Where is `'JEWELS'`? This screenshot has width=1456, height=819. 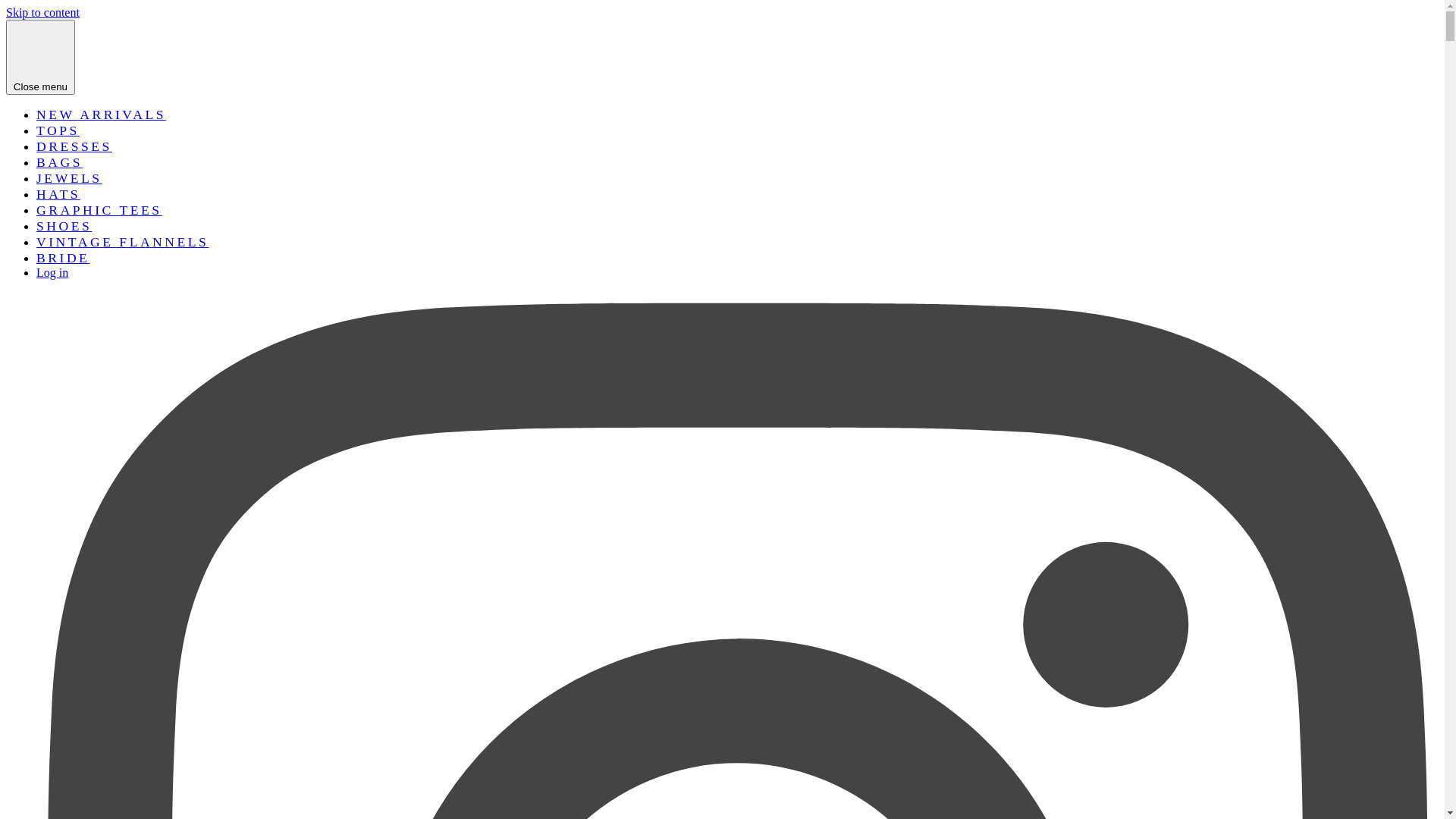
'JEWELS' is located at coordinates (68, 177).